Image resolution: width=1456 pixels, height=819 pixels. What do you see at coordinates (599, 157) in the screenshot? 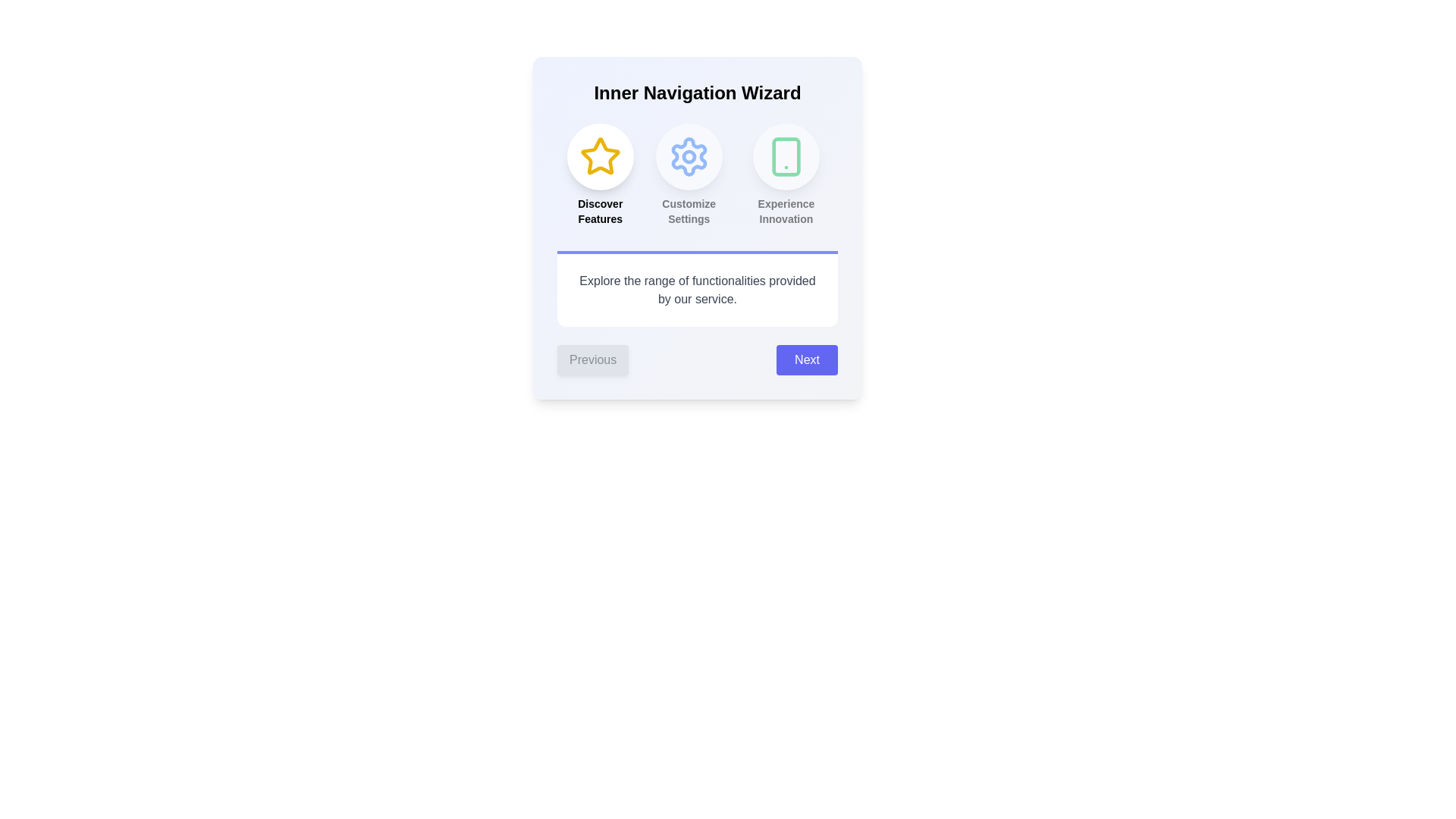
I see `the icon corresponding to Discover Features` at bounding box center [599, 157].